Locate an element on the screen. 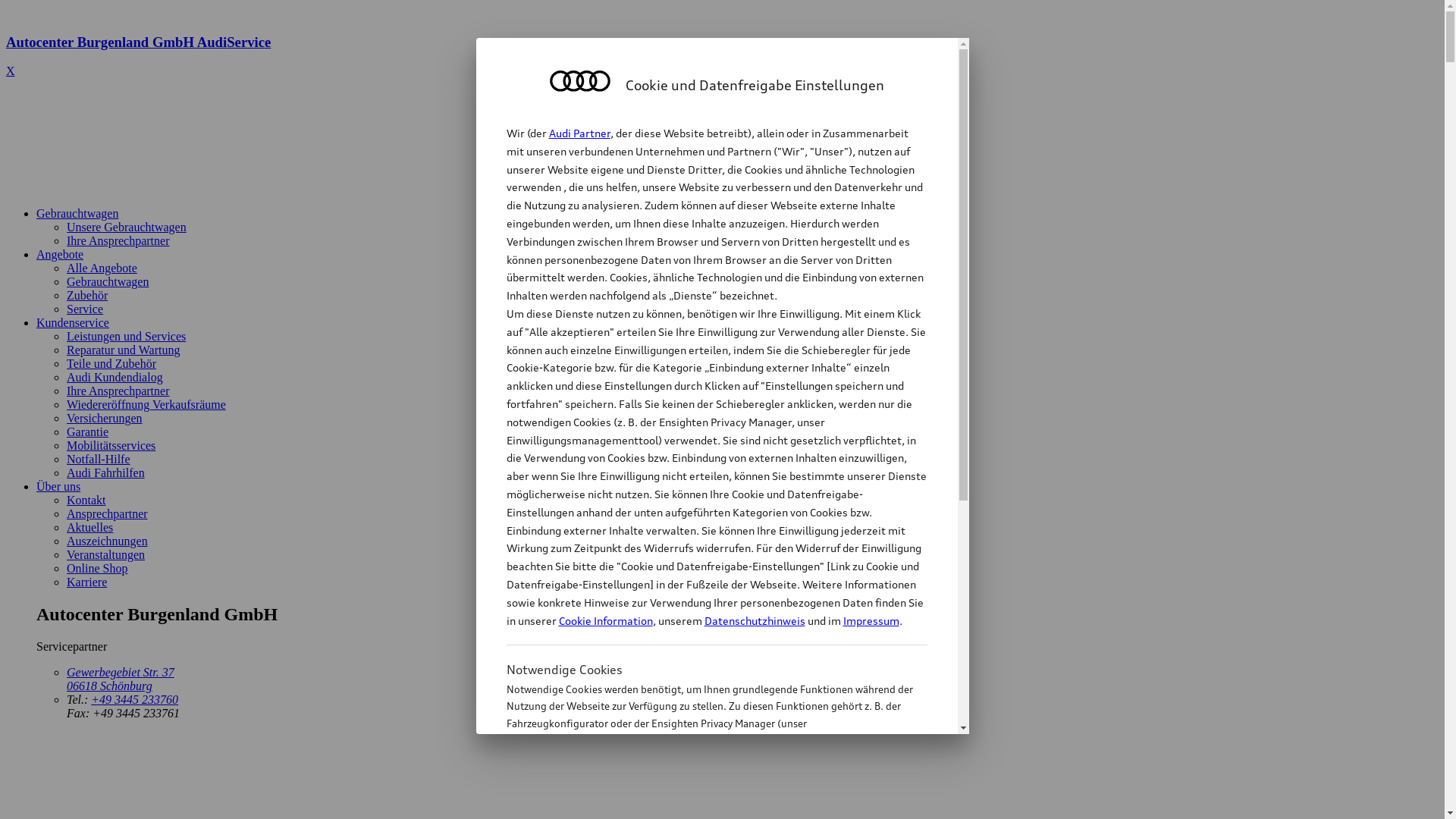 The image size is (1456, 819). 'Cookie Information' is located at coordinates (506, 798).